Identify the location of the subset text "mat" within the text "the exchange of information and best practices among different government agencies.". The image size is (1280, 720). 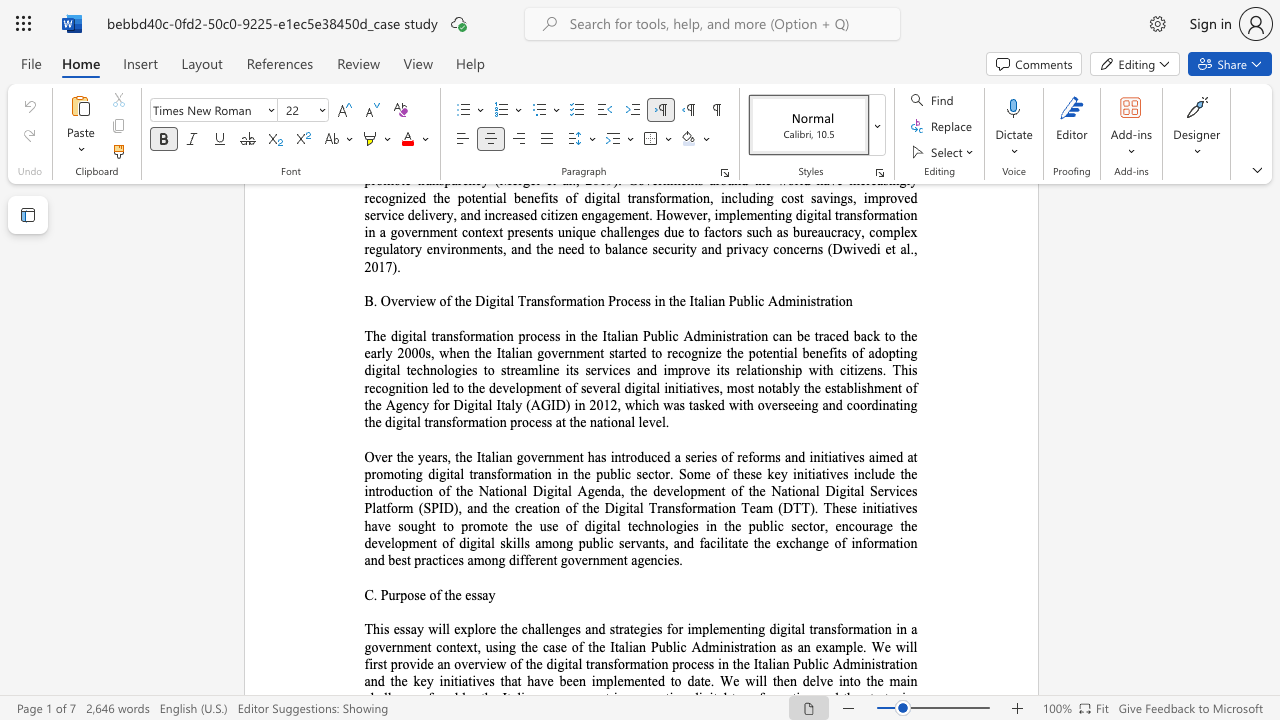
(878, 543).